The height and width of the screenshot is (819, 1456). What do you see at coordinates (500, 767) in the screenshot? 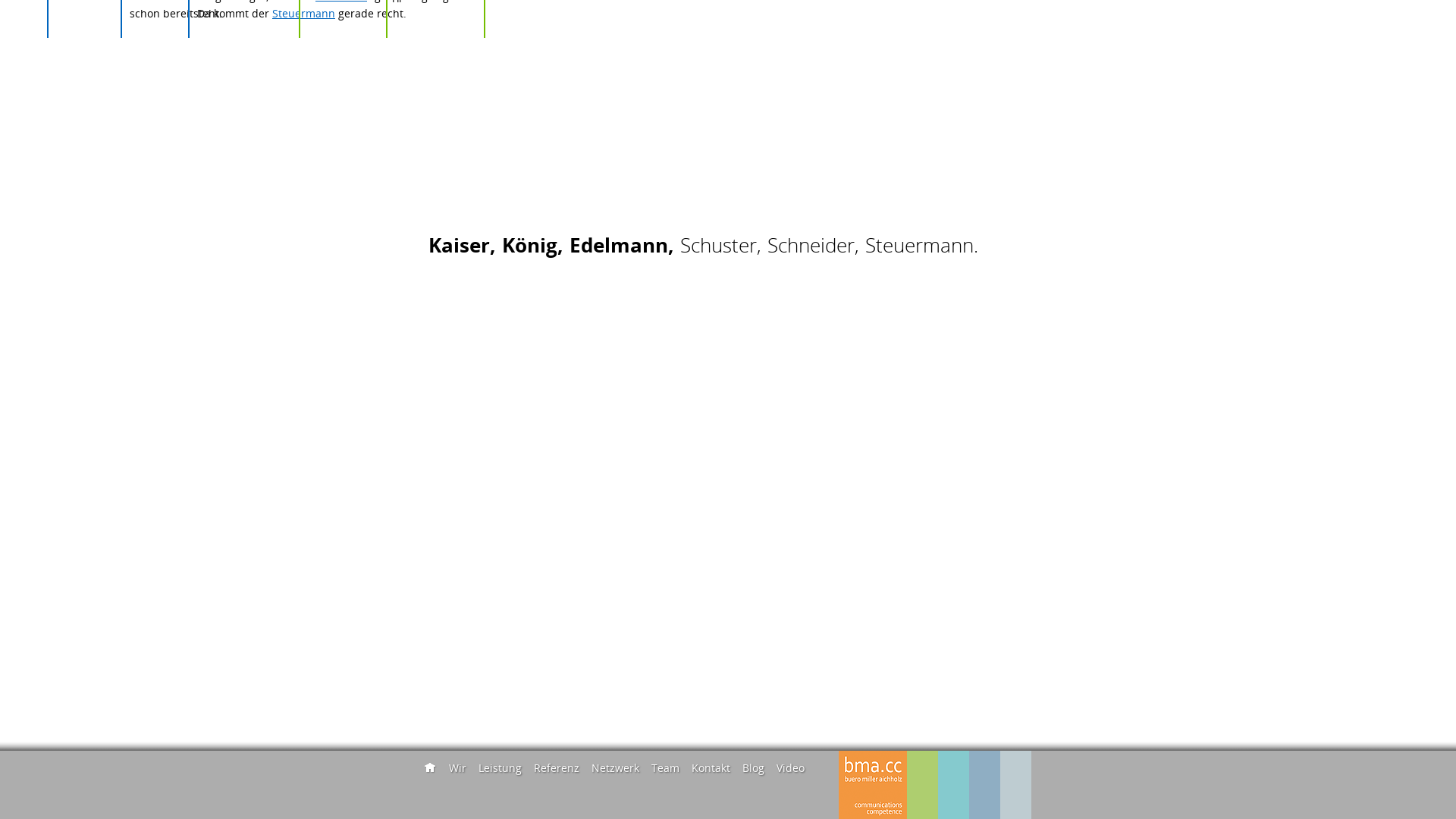
I see `'Leistung'` at bounding box center [500, 767].